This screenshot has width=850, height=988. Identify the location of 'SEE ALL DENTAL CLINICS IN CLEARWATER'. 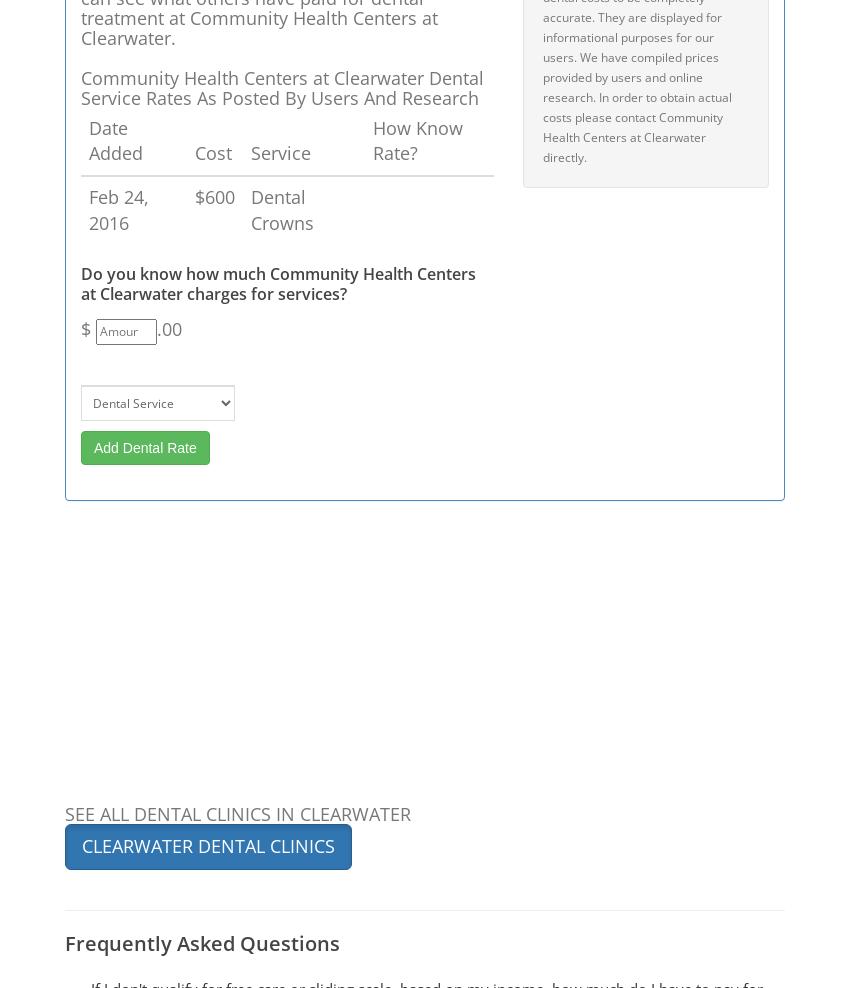
(238, 814).